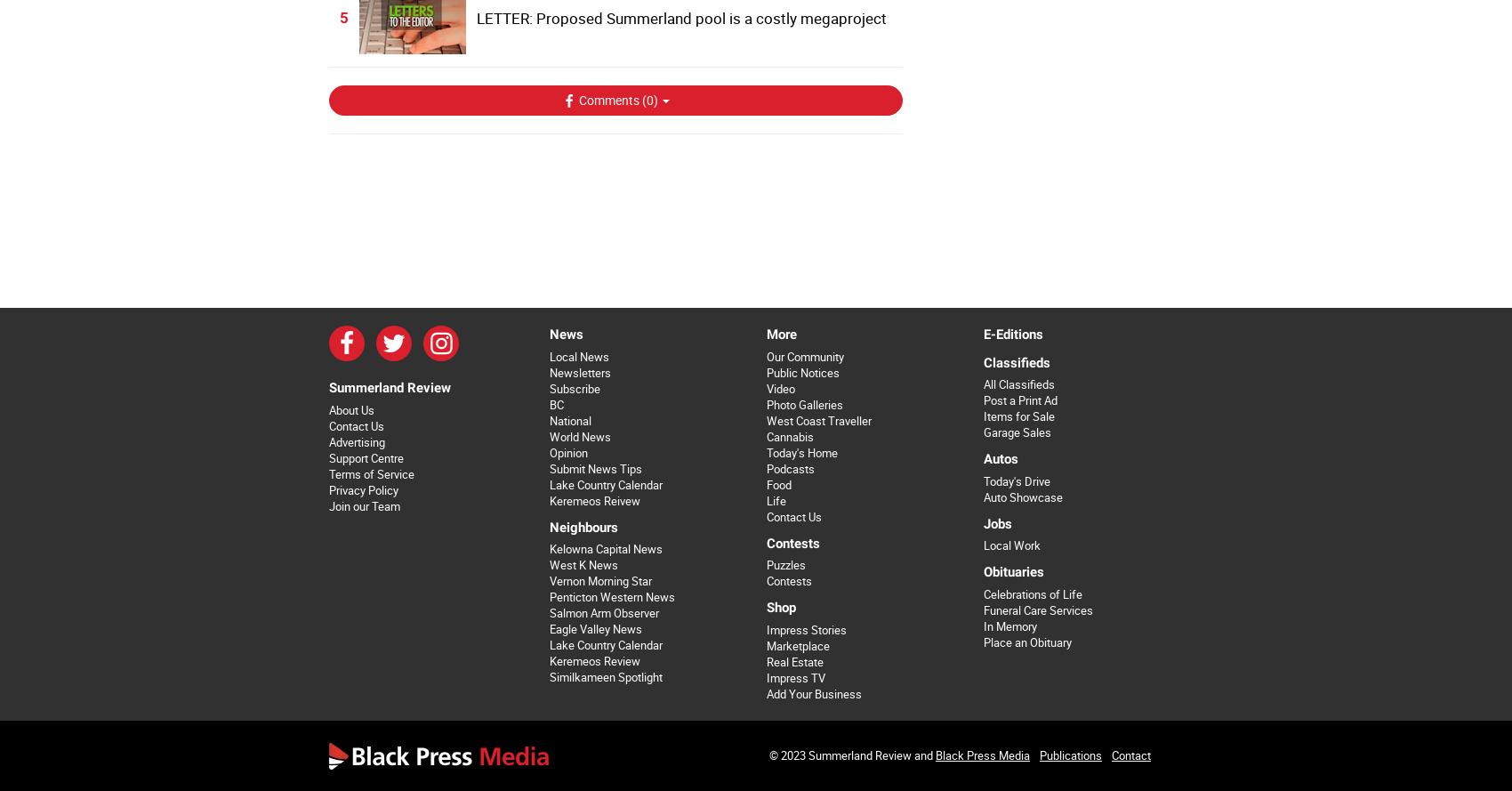 This screenshot has width=1512, height=791. I want to click on 'Subscribe', so click(574, 388).